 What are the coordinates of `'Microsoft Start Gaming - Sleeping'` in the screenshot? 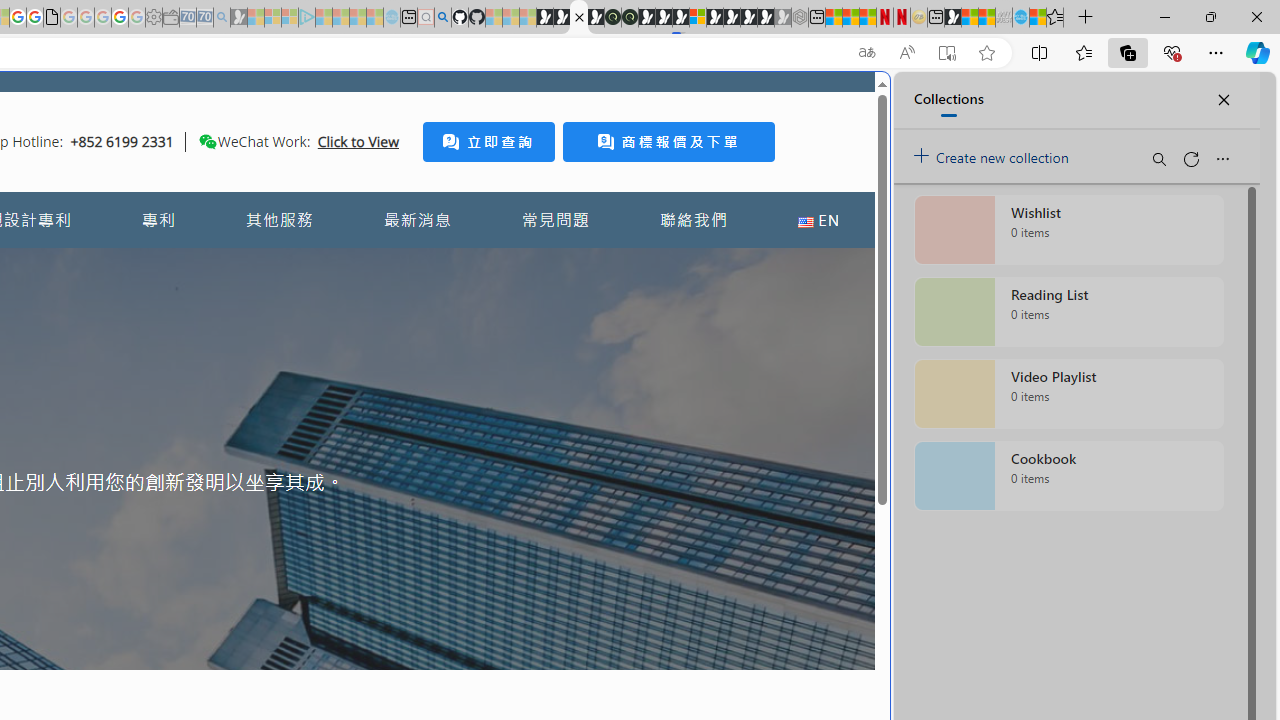 It's located at (238, 17).